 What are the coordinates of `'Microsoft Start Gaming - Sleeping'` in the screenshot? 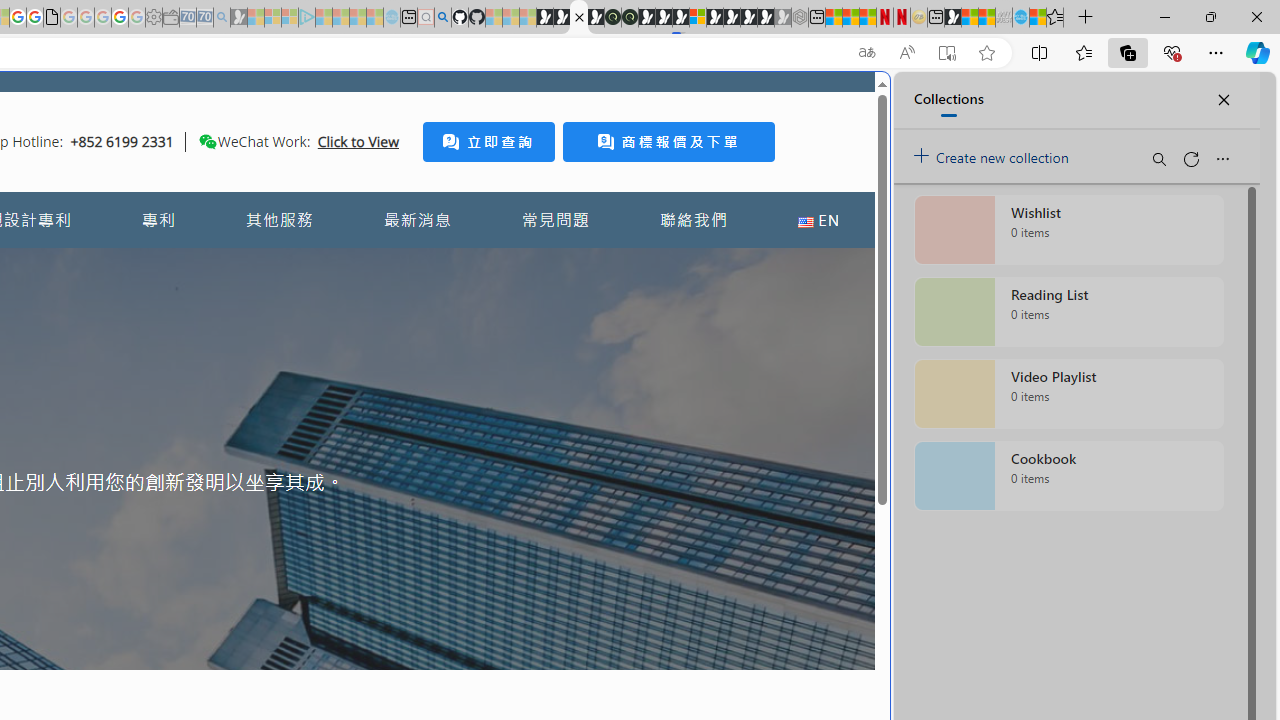 It's located at (238, 17).